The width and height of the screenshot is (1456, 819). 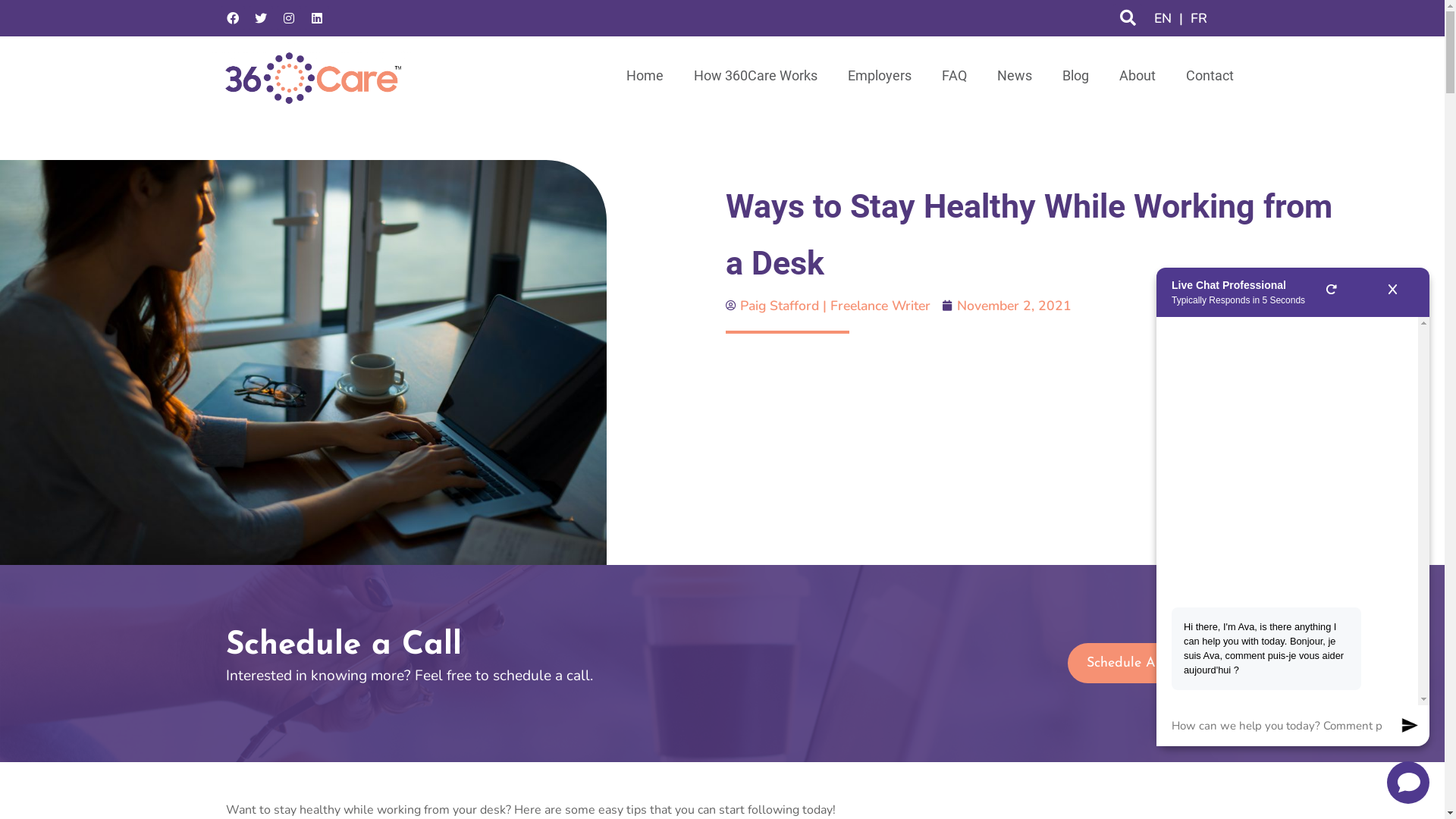 What do you see at coordinates (832, 76) in the screenshot?
I see `'Employers'` at bounding box center [832, 76].